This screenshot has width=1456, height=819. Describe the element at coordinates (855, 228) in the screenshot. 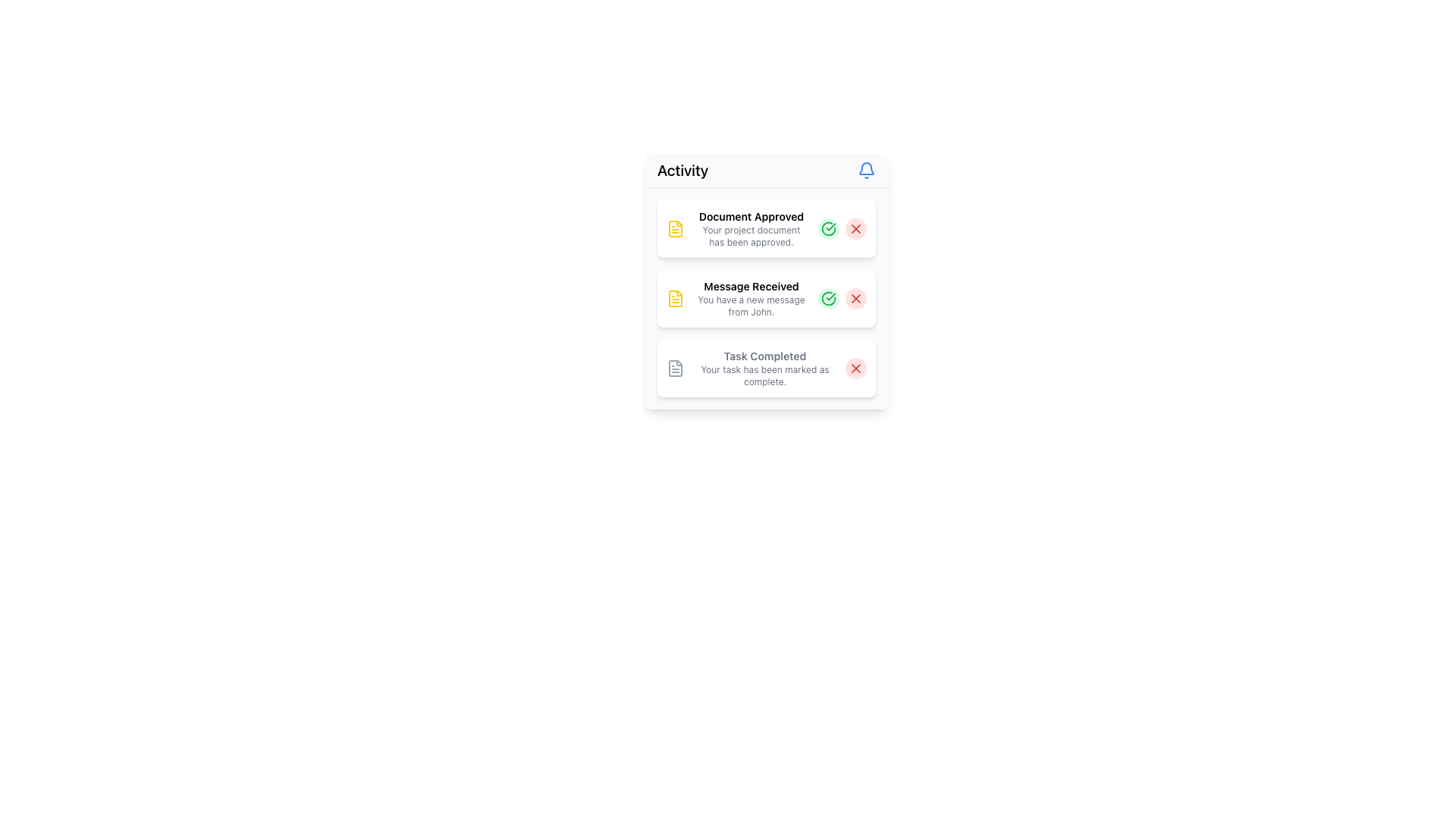

I see `the red 'X' icon in the topmost notification card under the 'Activity' section` at that location.